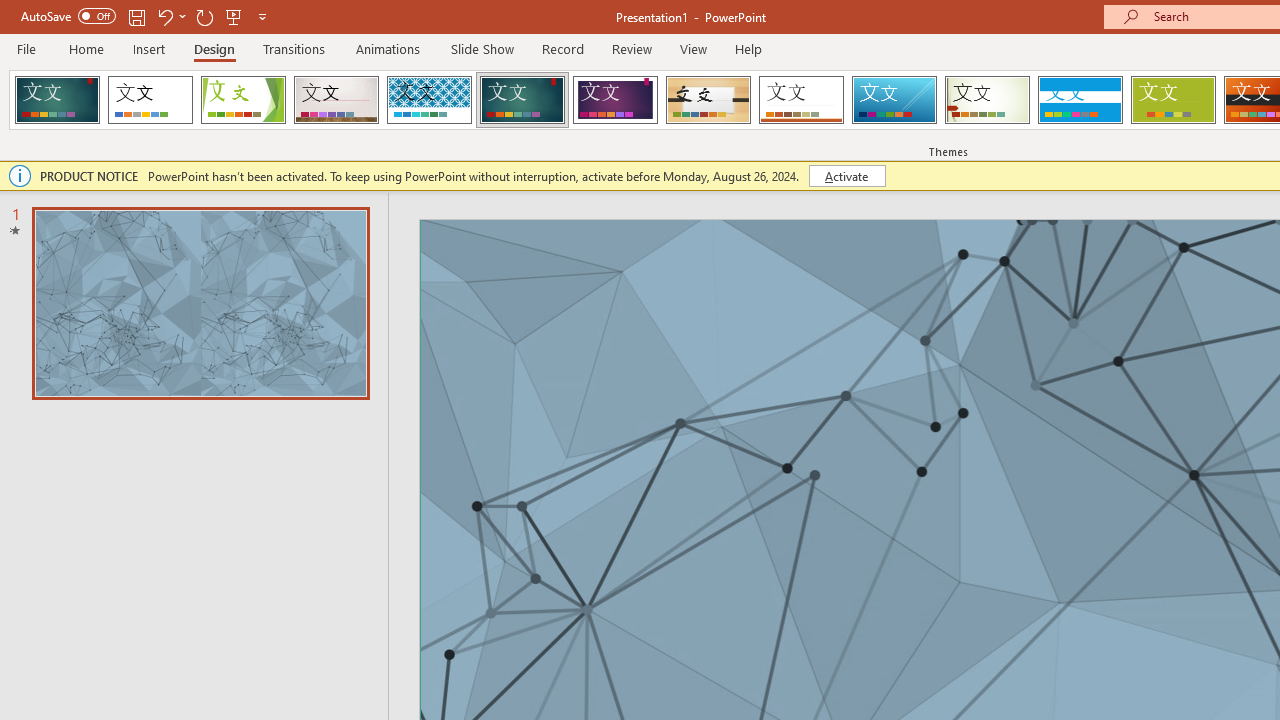  I want to click on 'Retrospect', so click(801, 100).